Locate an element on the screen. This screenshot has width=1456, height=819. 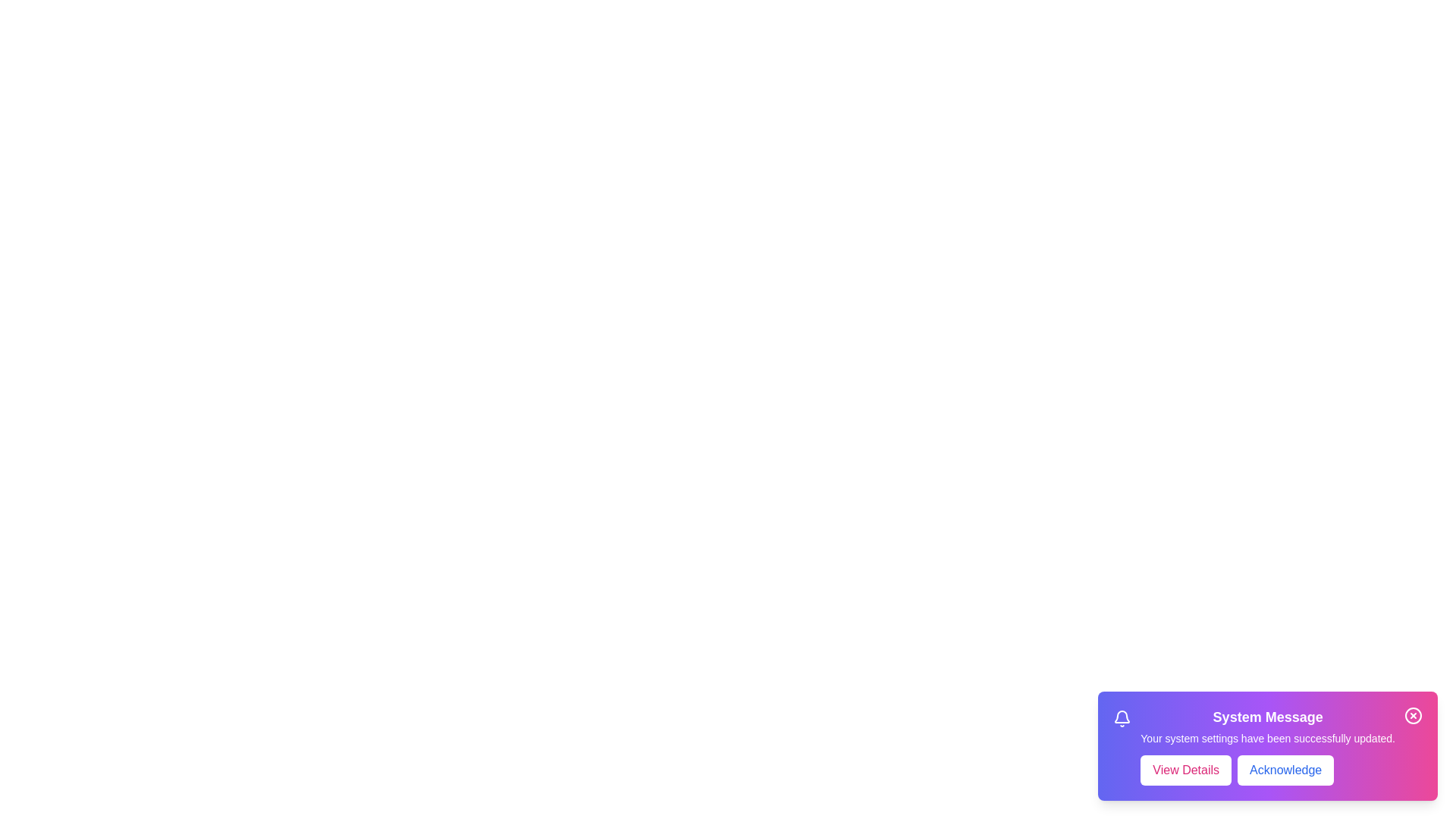
the close button of the notification to dismiss it is located at coordinates (1412, 716).